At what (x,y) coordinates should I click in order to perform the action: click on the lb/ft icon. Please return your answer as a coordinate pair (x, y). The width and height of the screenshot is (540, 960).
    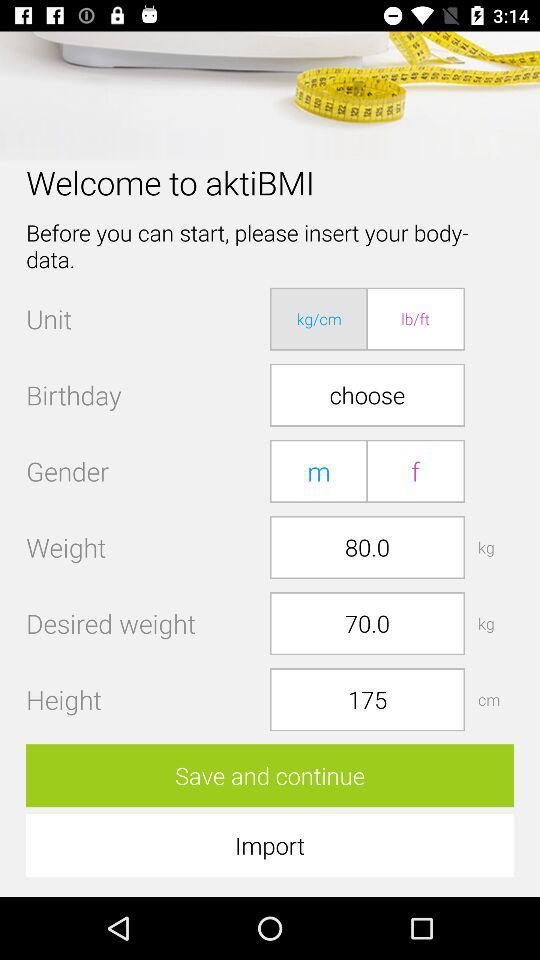
    Looking at the image, I should click on (414, 319).